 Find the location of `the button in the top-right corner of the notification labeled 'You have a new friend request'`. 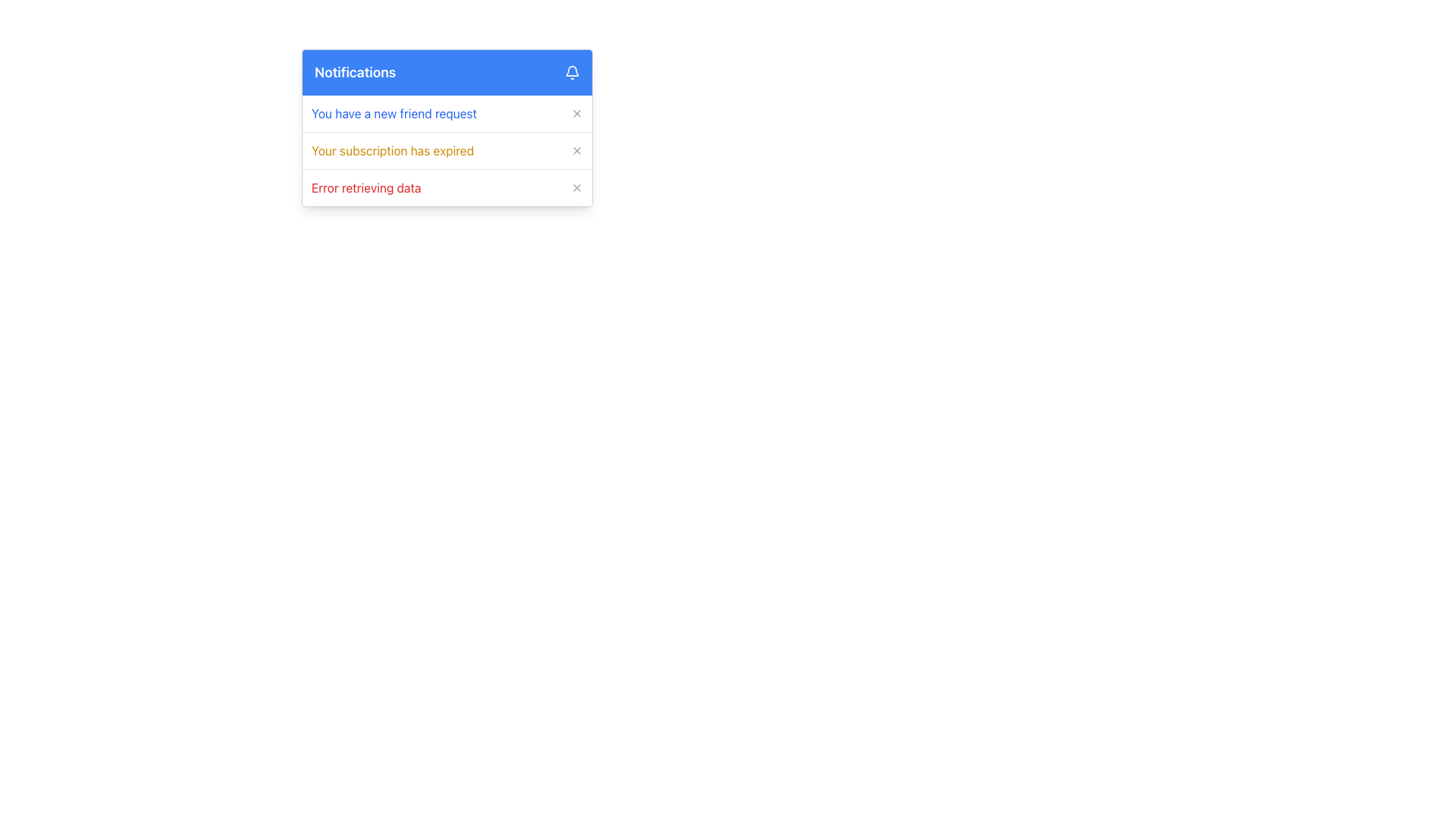

the button in the top-right corner of the notification labeled 'You have a new friend request' is located at coordinates (576, 113).